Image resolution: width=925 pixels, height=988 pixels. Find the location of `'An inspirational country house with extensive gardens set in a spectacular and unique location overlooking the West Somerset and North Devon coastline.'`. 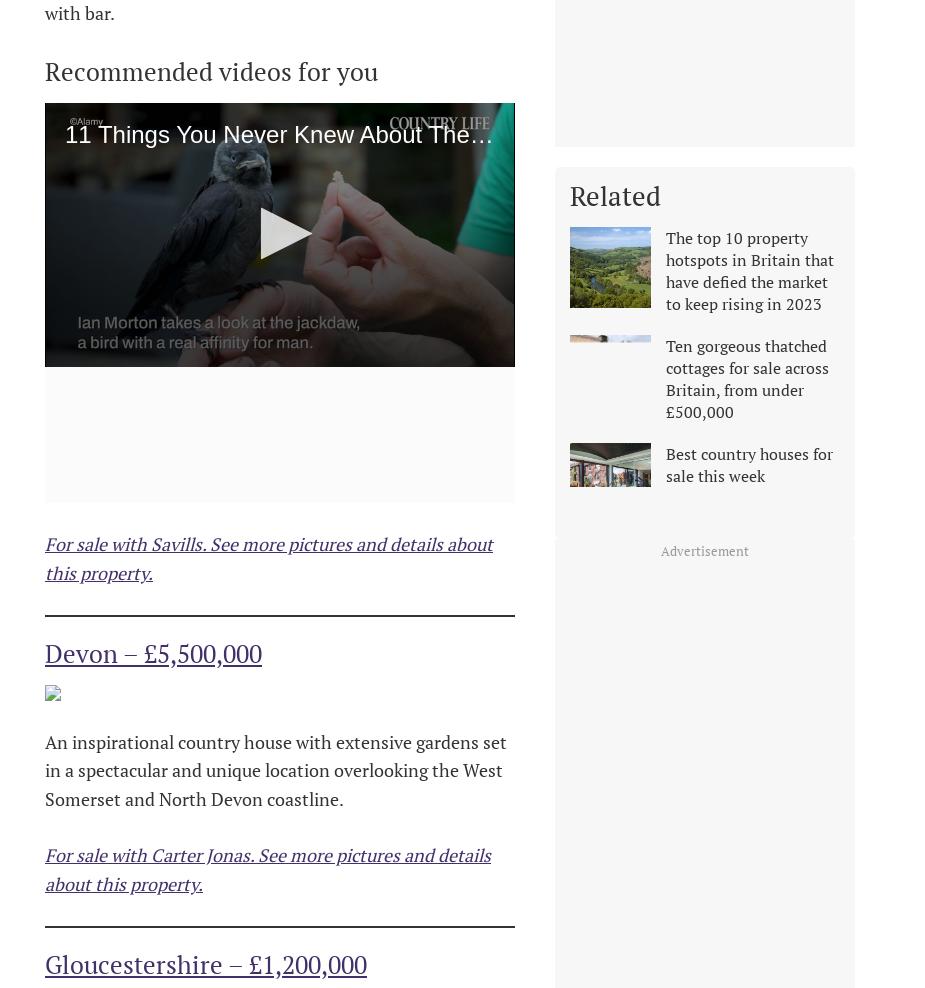

'An inspirational country house with extensive gardens set in a spectacular and unique location overlooking the West Somerset and North Devon coastline.' is located at coordinates (43, 769).